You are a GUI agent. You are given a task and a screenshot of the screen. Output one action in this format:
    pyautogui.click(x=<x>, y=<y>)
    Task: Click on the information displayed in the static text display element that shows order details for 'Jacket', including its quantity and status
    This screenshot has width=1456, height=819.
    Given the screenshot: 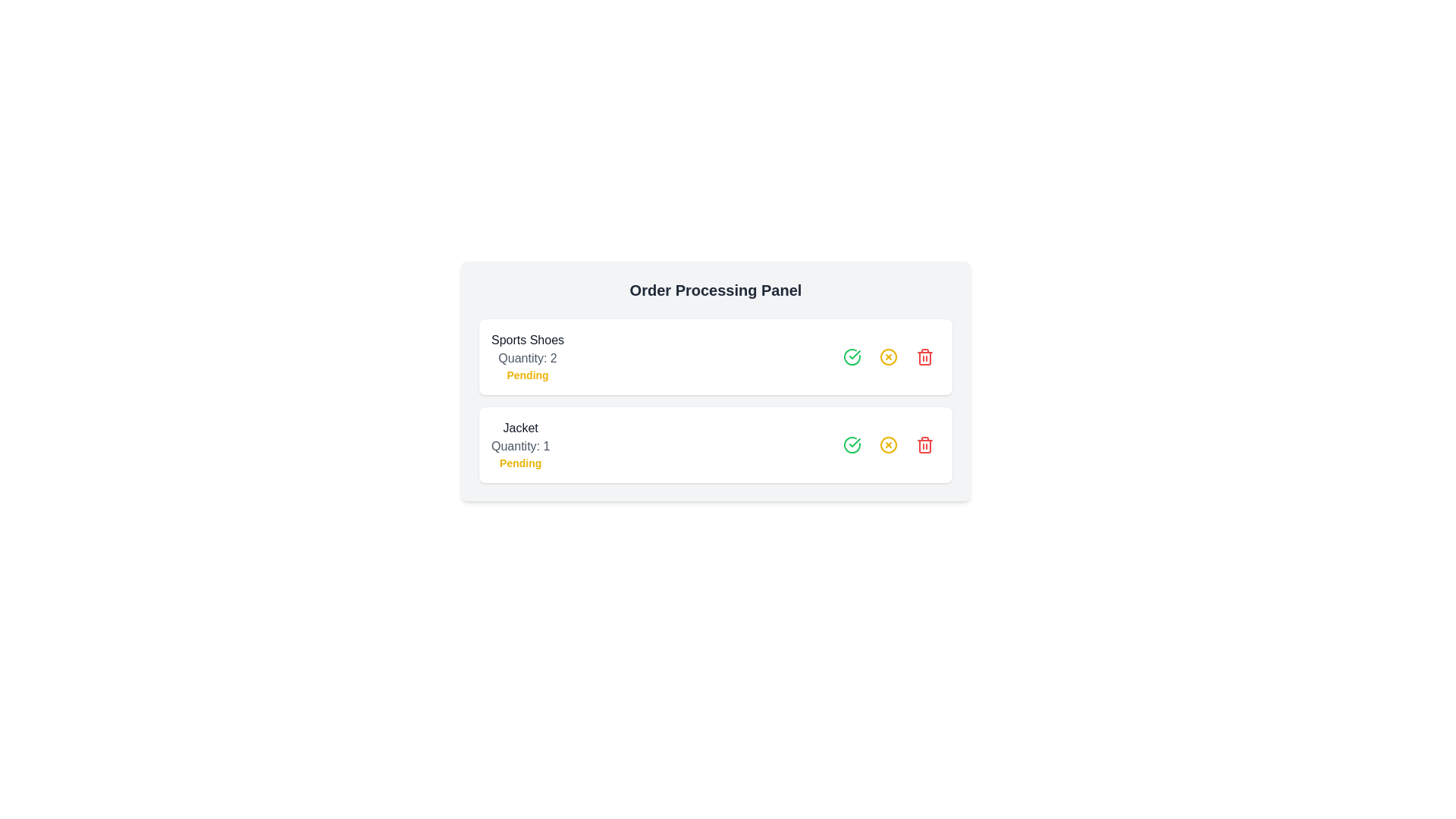 What is the action you would take?
    pyautogui.click(x=520, y=444)
    